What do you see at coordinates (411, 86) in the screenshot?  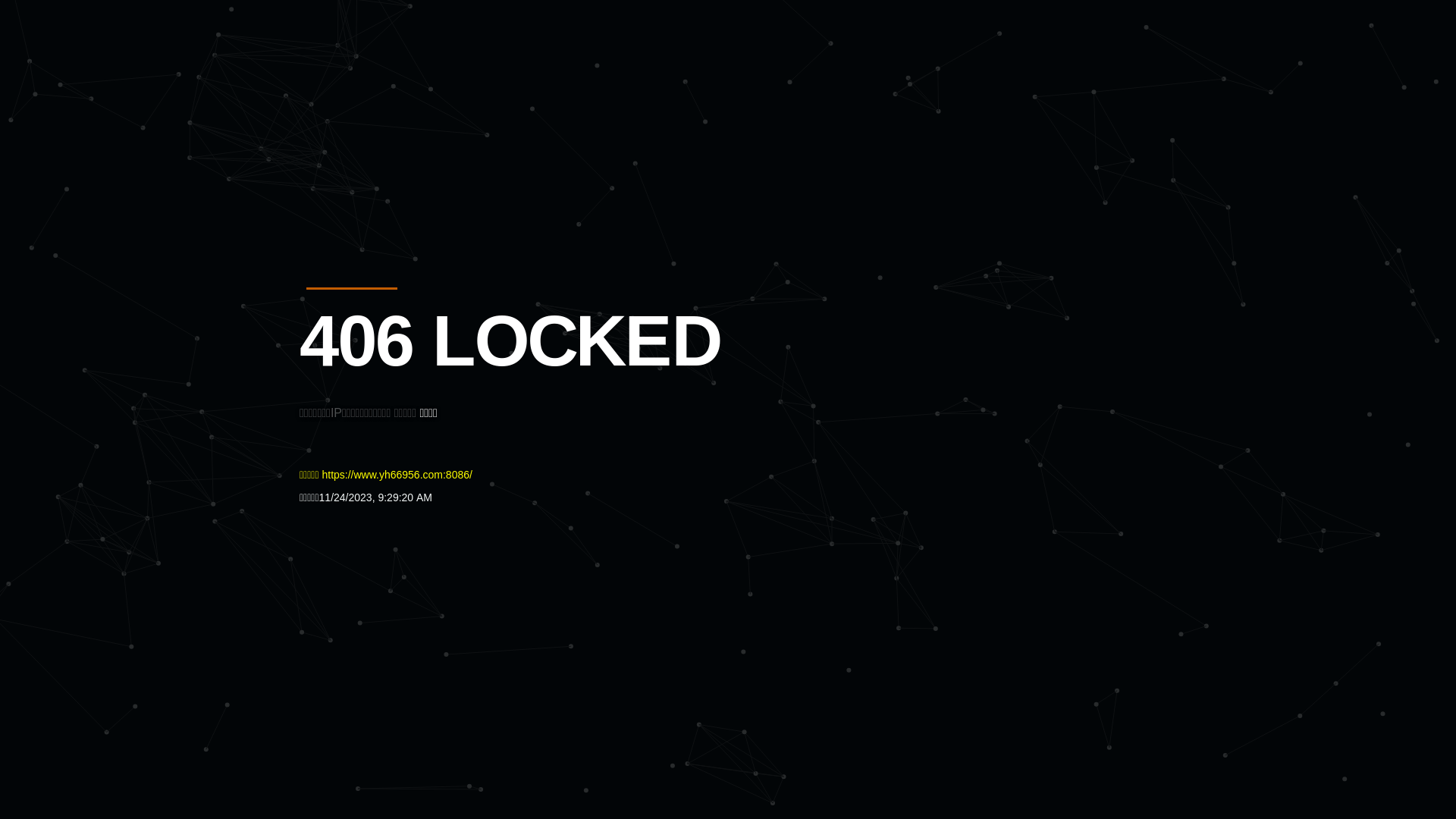 I see `'Quatro'` at bounding box center [411, 86].